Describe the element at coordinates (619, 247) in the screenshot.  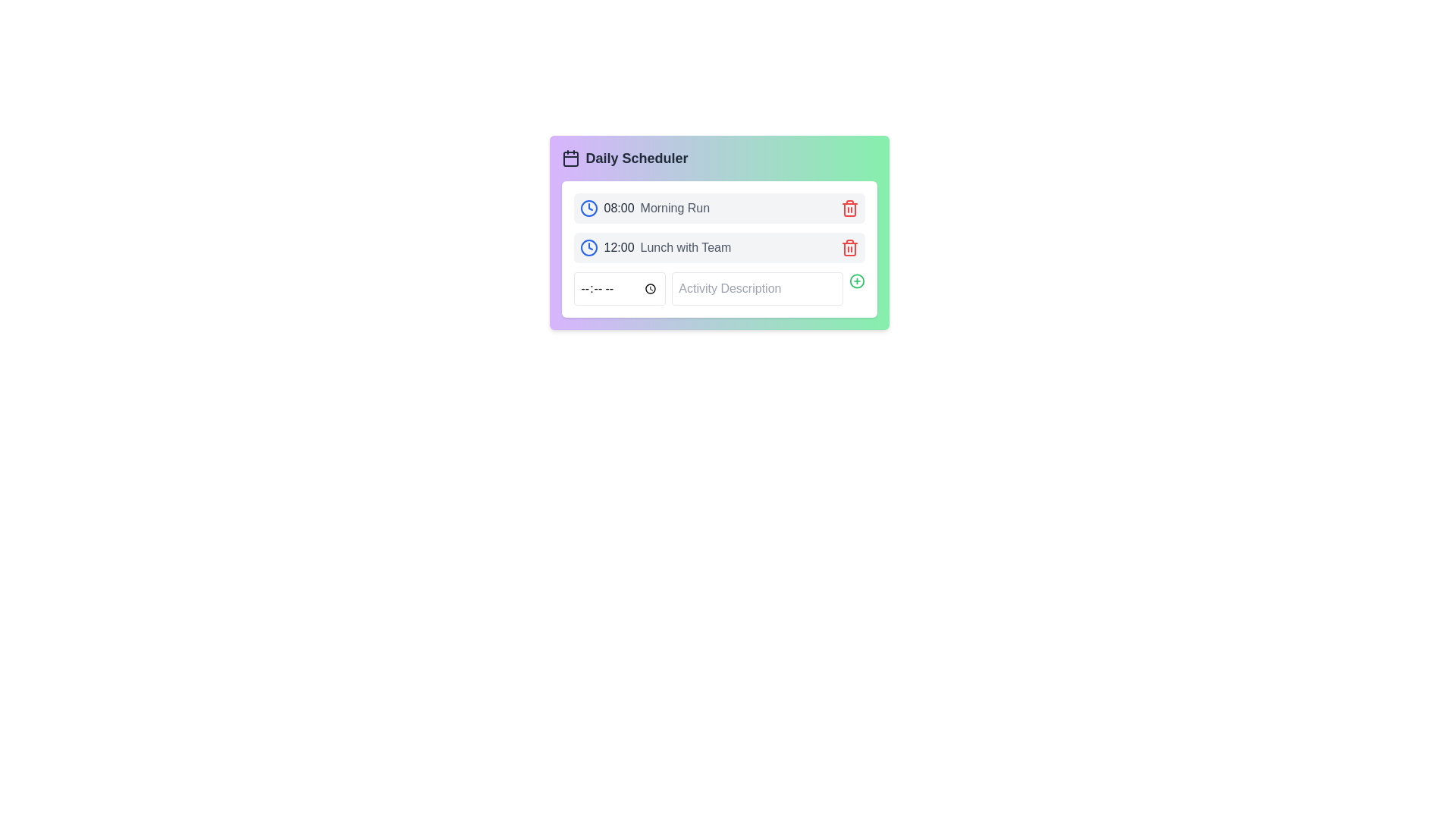
I see `the time label displaying '12:00' in bold, dark gray color, which is part of the 'Lunch with Team' event in the schedule list` at that location.